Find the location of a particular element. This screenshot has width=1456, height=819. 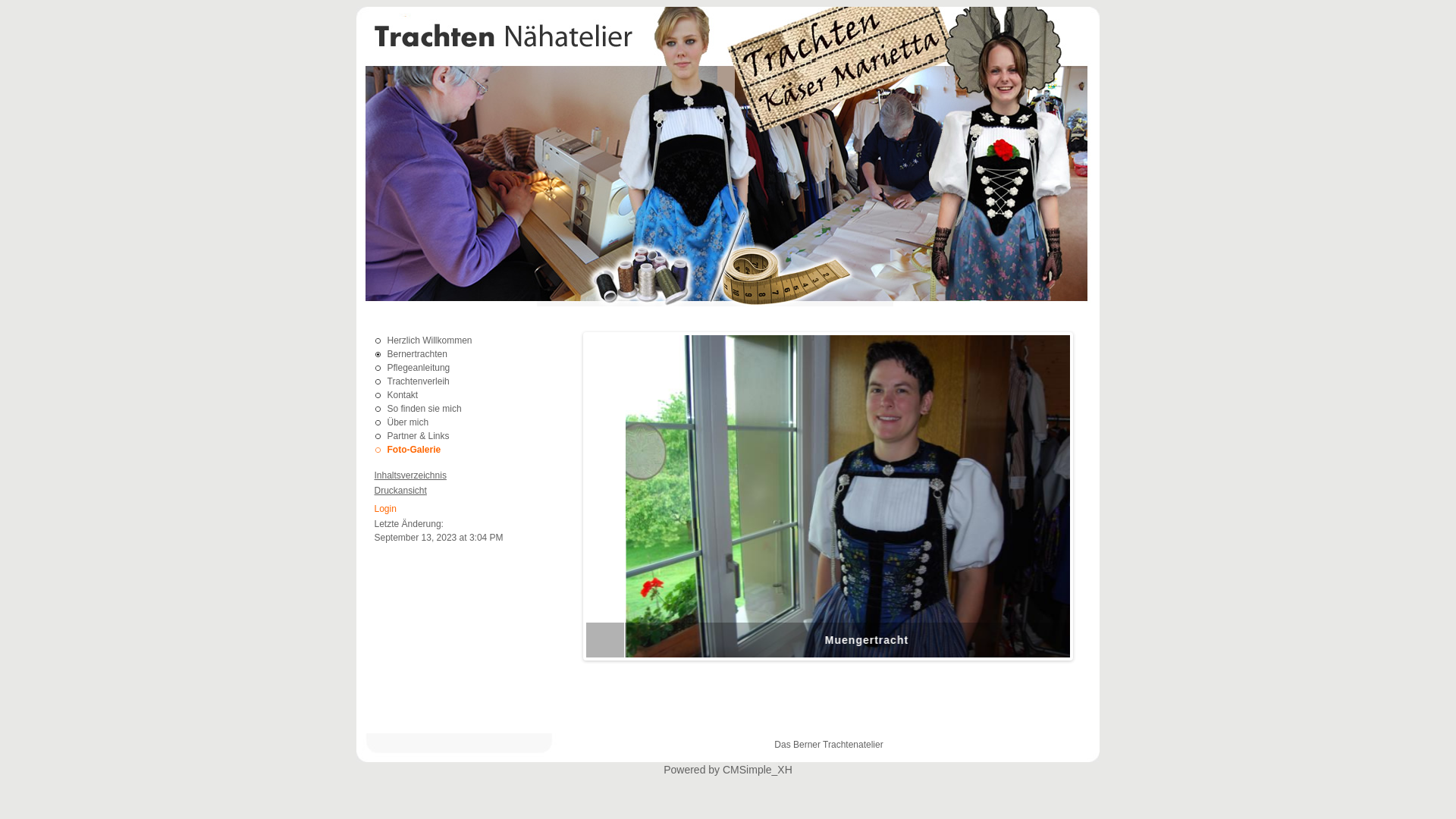

'Trachtenverleih' is located at coordinates (418, 380).